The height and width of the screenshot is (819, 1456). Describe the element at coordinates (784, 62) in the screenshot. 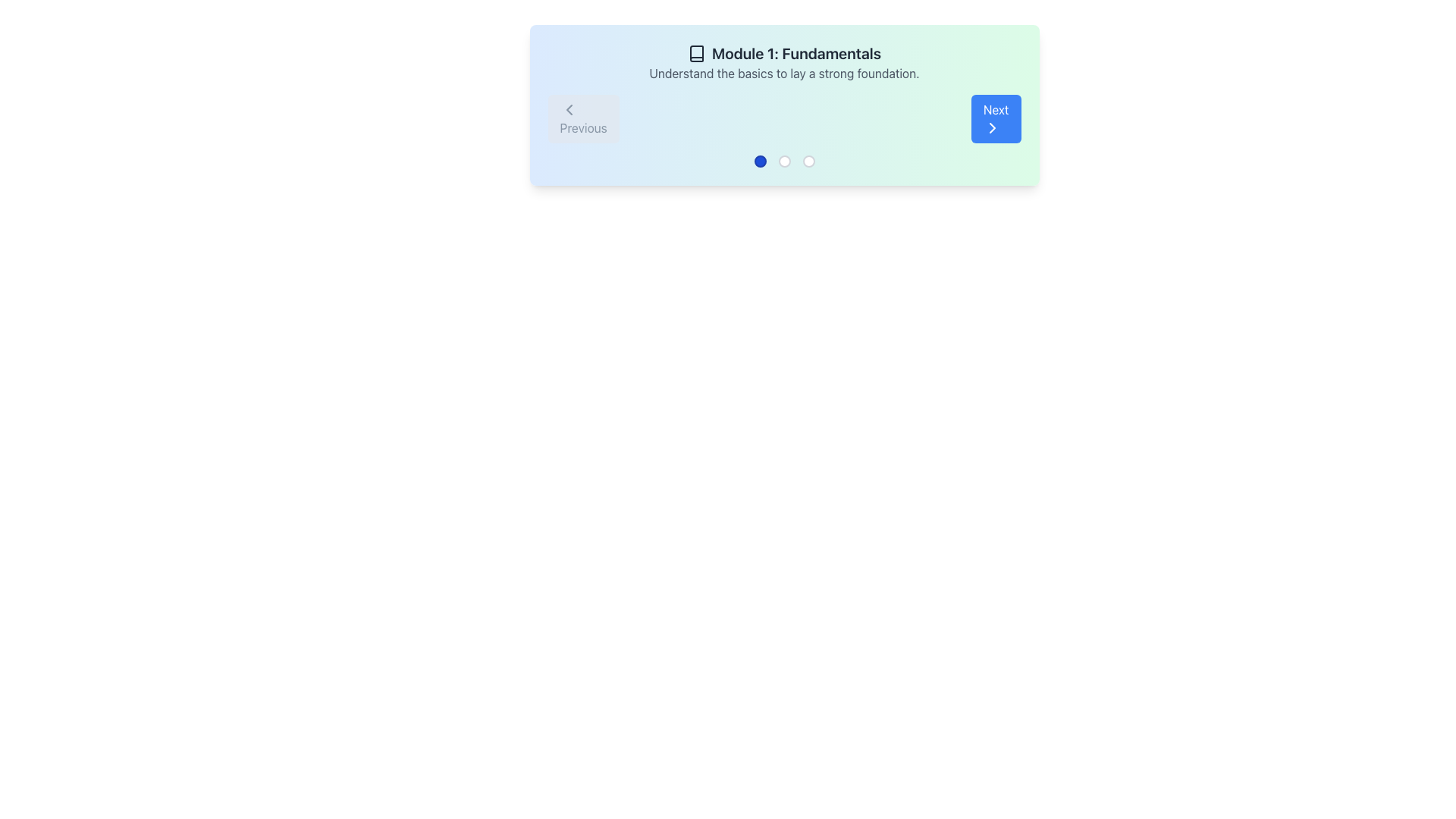

I see `module information from the composite text element that includes a heading and descriptive text, located centrally within the interface's gradient background` at that location.